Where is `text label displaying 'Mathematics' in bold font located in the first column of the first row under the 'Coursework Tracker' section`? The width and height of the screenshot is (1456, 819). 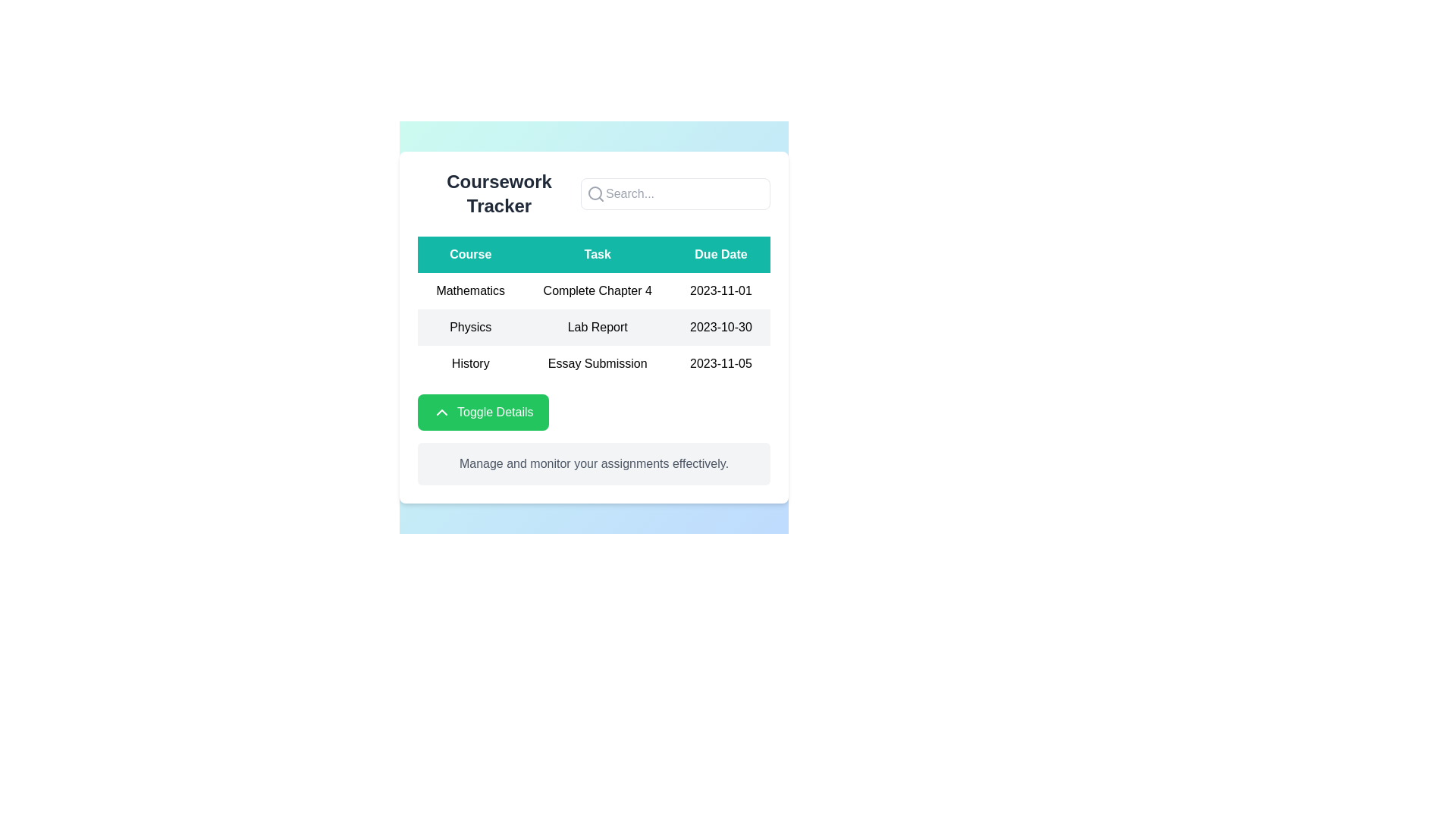 text label displaying 'Mathematics' in bold font located in the first column of the first row under the 'Coursework Tracker' section is located at coordinates (469, 291).